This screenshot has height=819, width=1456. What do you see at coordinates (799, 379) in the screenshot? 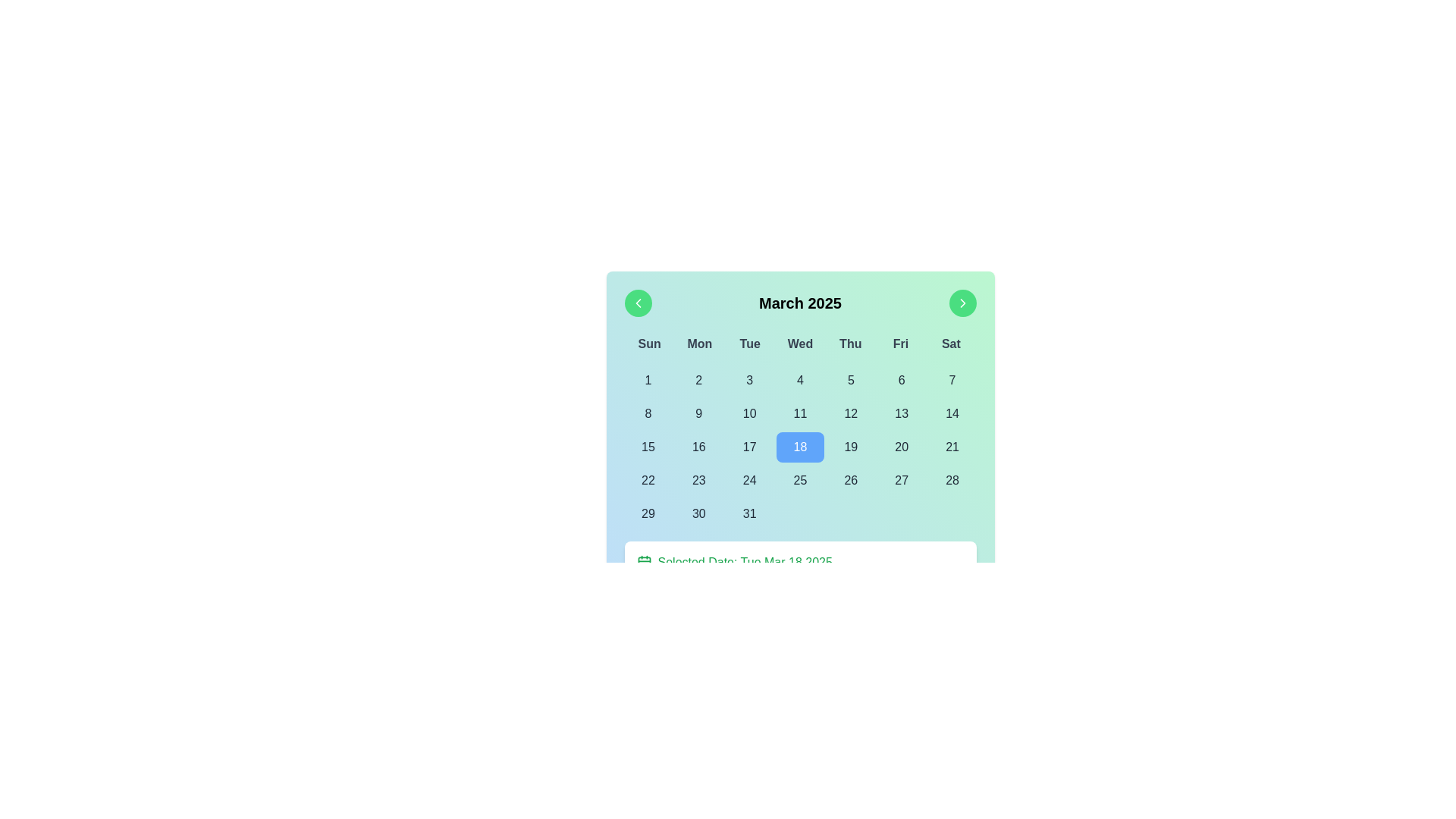
I see `the rounded rectangular button labeled '4' in the calendar grid under 'March 2025'` at bounding box center [799, 379].